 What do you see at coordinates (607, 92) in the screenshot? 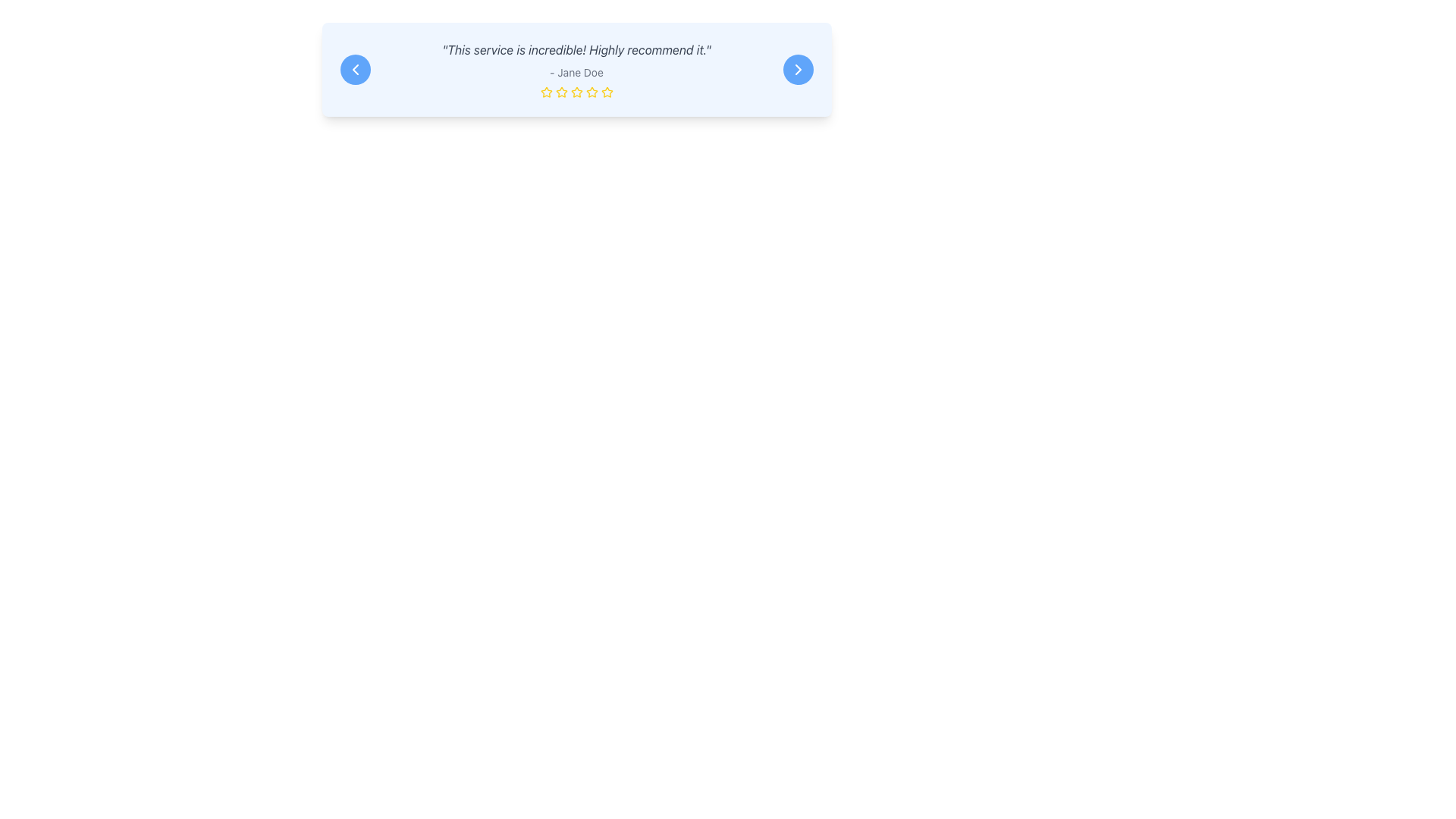
I see `the fourth star icon from the row of five rating stars, which has a golden-yellow outline` at bounding box center [607, 92].